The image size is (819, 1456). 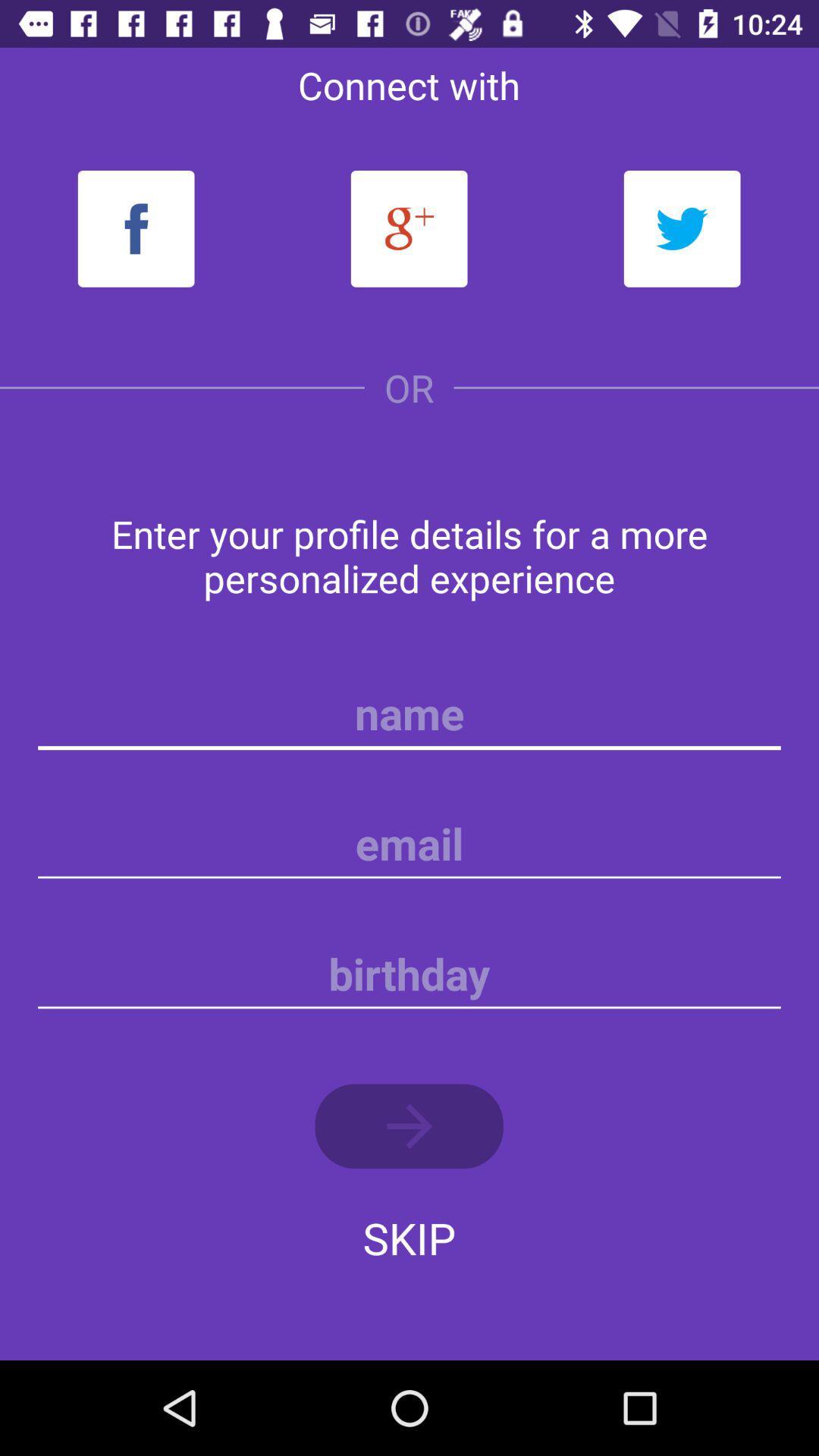 What do you see at coordinates (409, 713) in the screenshot?
I see `text` at bounding box center [409, 713].